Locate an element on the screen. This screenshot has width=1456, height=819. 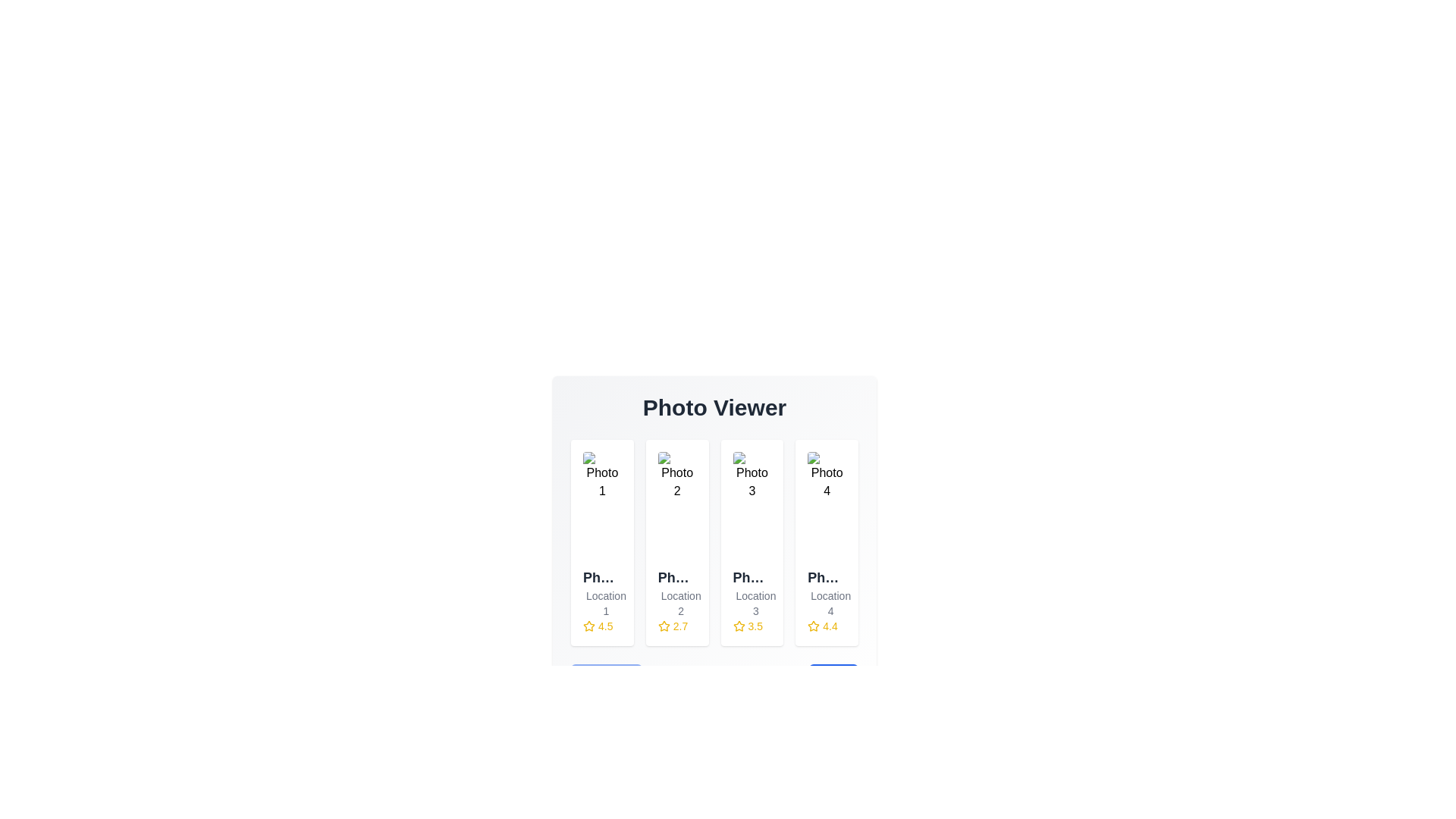
the rectangular image with rounded corners displaying 'Photo 3' is located at coordinates (752, 506).